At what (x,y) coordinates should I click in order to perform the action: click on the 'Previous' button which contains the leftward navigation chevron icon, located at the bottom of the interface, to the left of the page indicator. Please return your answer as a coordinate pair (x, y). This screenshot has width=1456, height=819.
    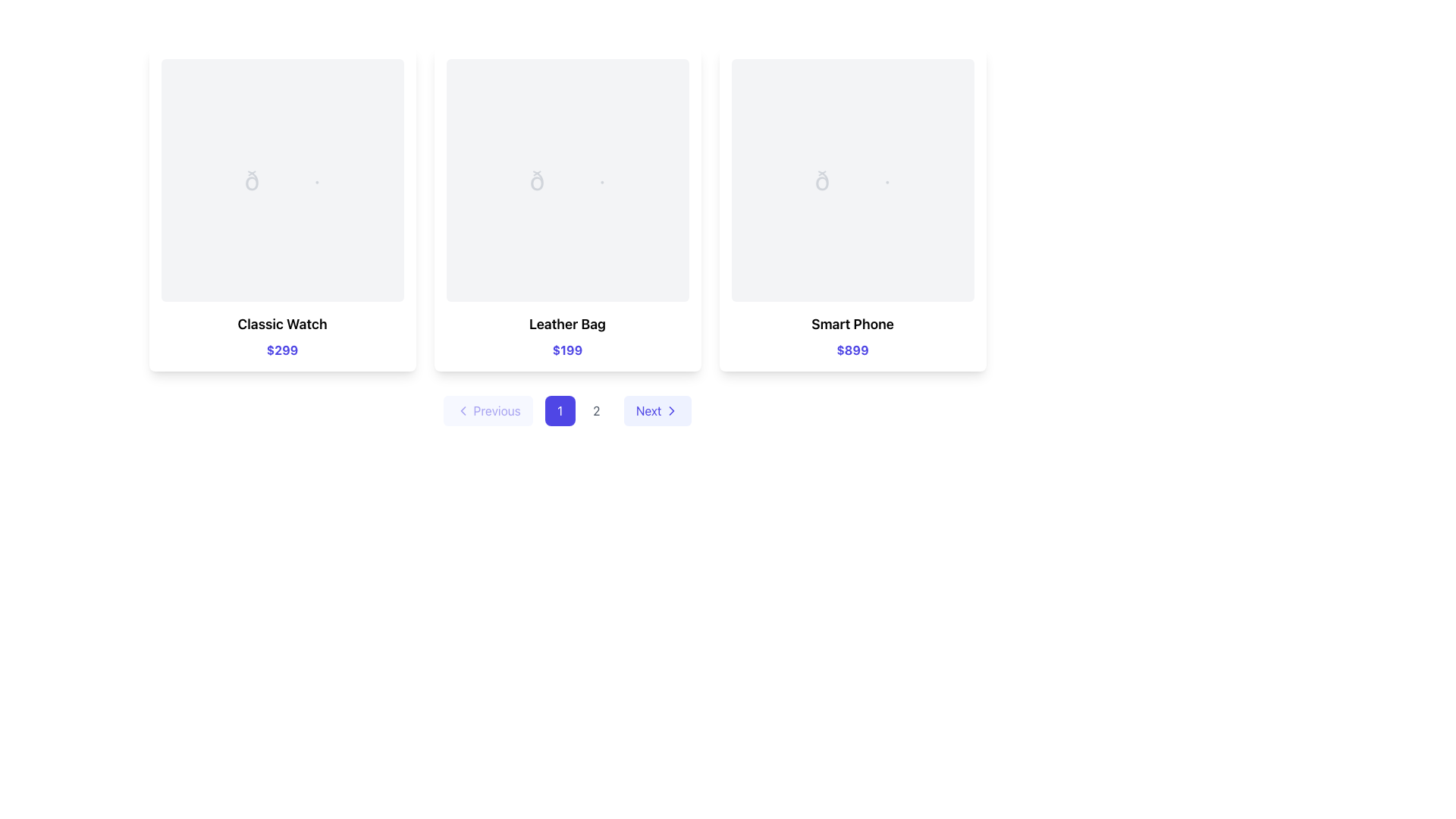
    Looking at the image, I should click on (462, 411).